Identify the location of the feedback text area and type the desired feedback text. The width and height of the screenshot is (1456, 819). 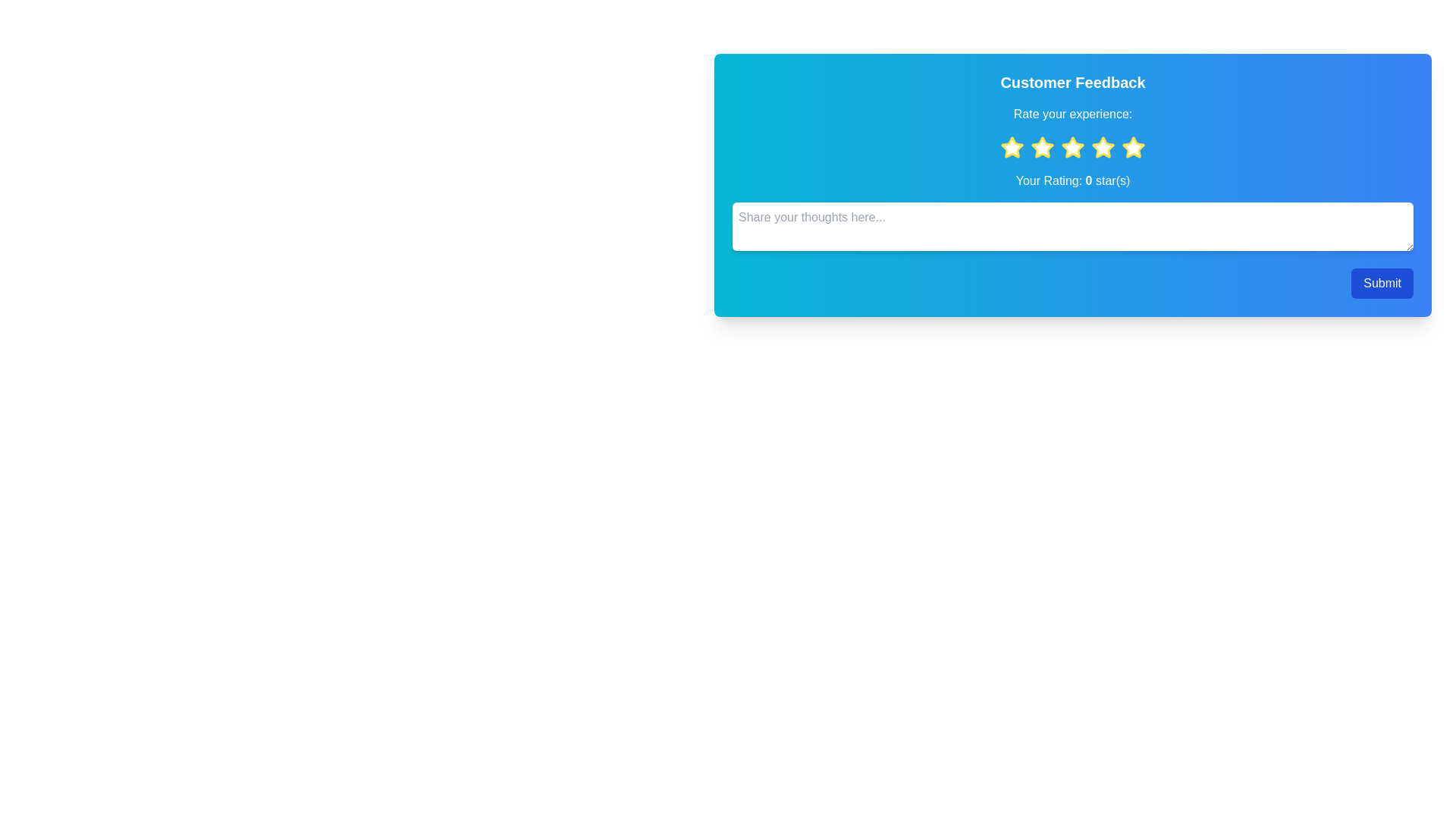
(1072, 227).